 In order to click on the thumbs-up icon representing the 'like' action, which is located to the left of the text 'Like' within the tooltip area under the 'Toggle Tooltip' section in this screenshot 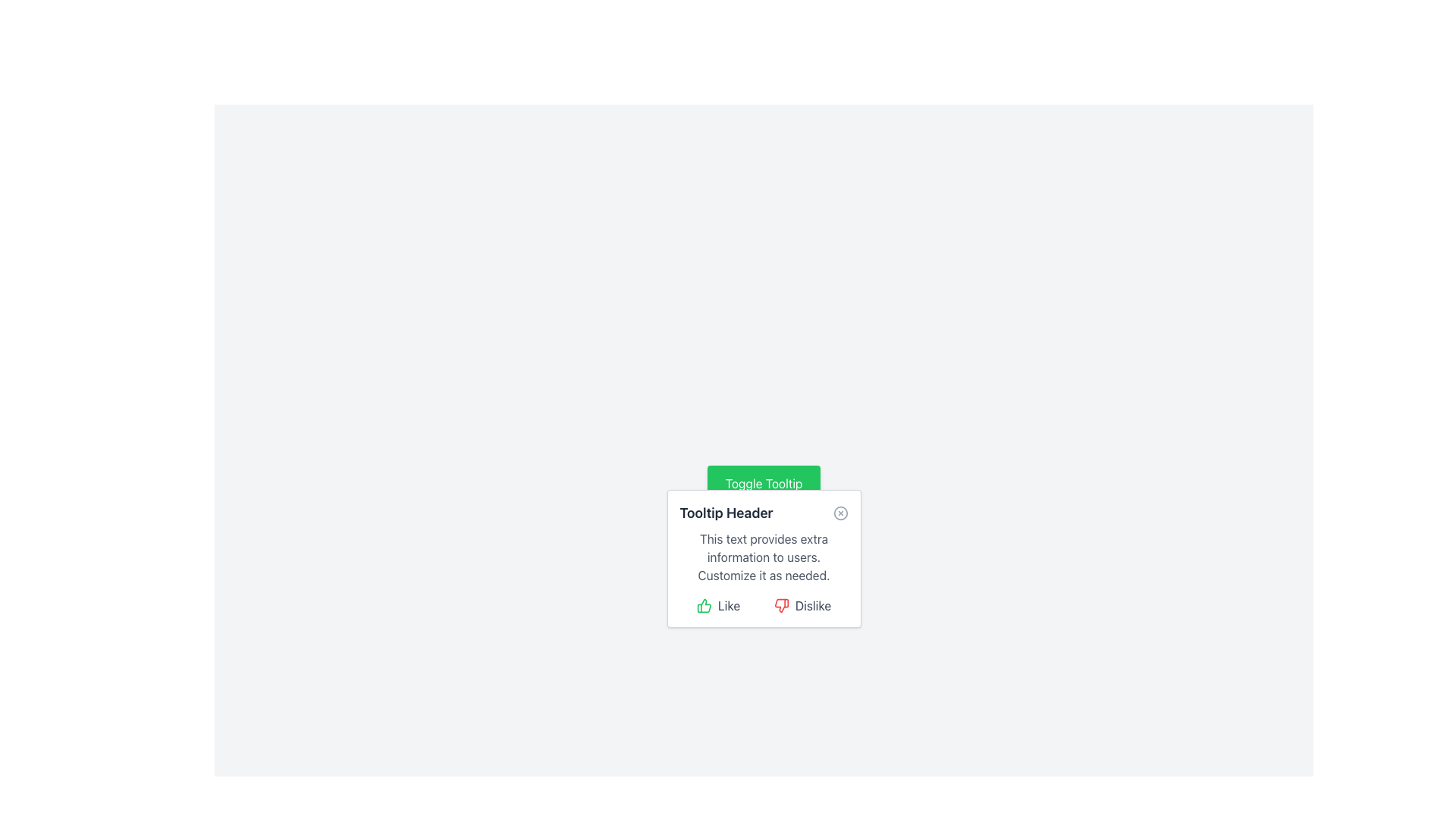, I will do `click(703, 604)`.